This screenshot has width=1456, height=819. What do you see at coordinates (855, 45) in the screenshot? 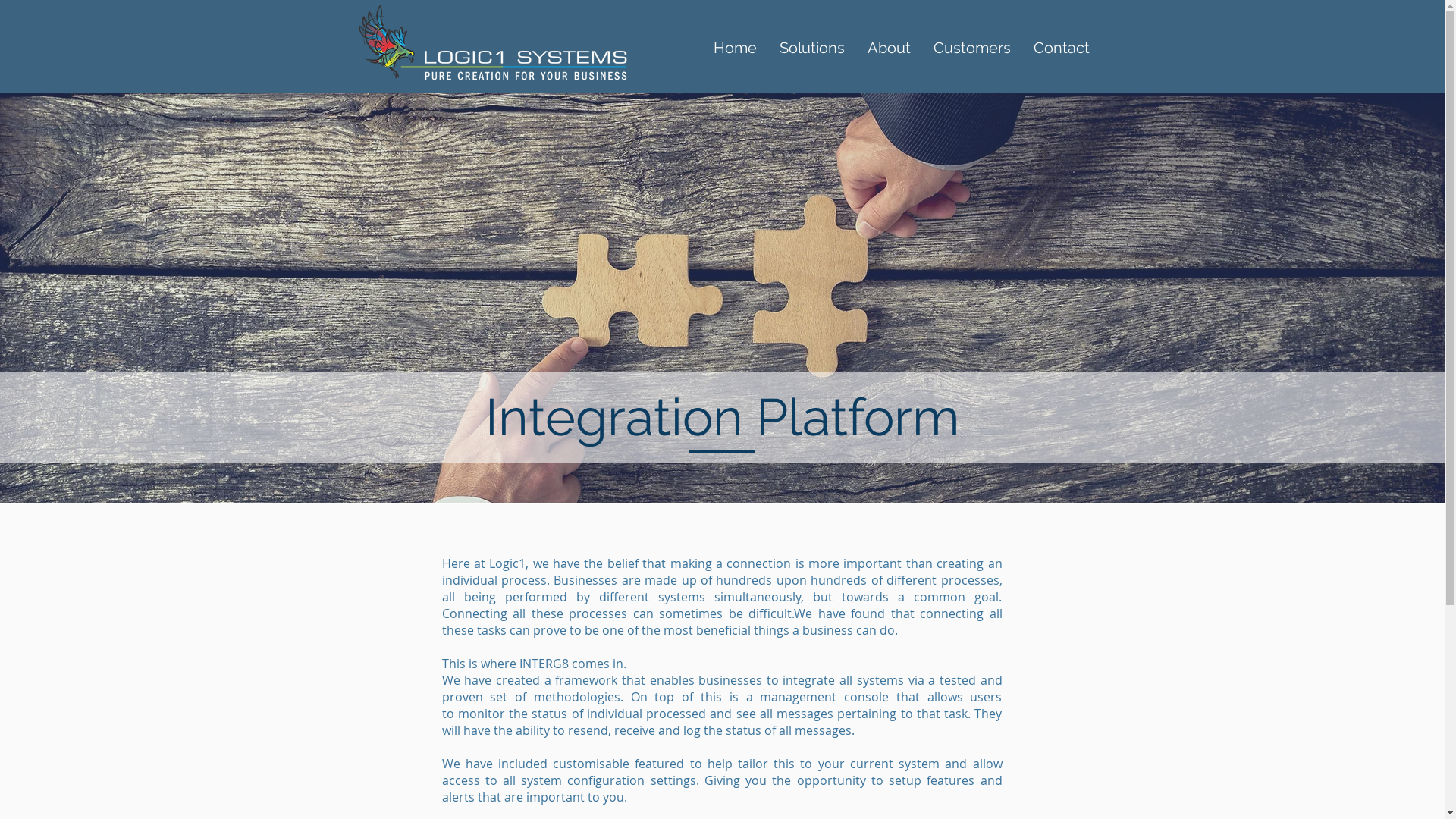
I see `'About'` at bounding box center [855, 45].